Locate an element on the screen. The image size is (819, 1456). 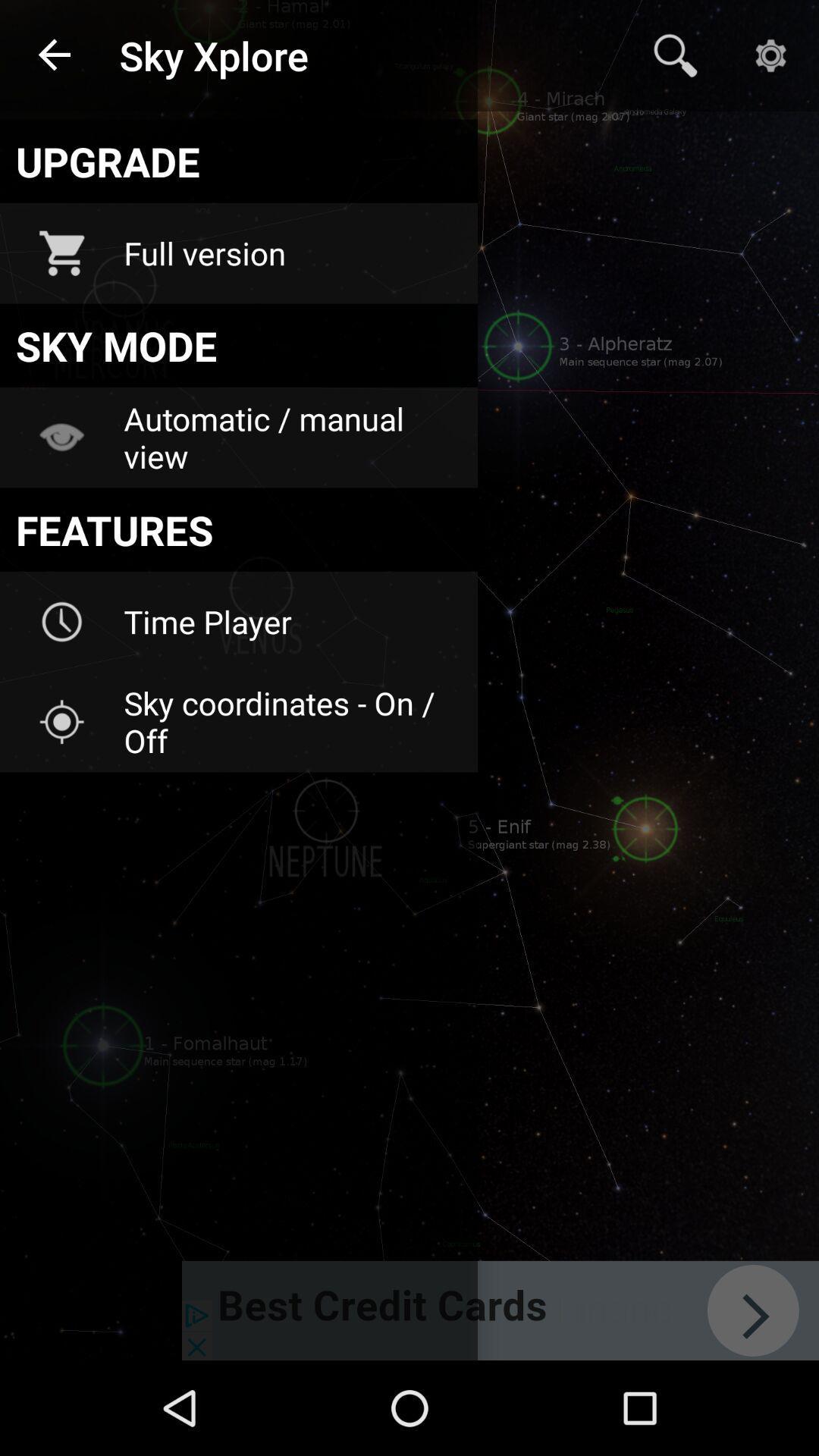
the sky mode item is located at coordinates (239, 344).